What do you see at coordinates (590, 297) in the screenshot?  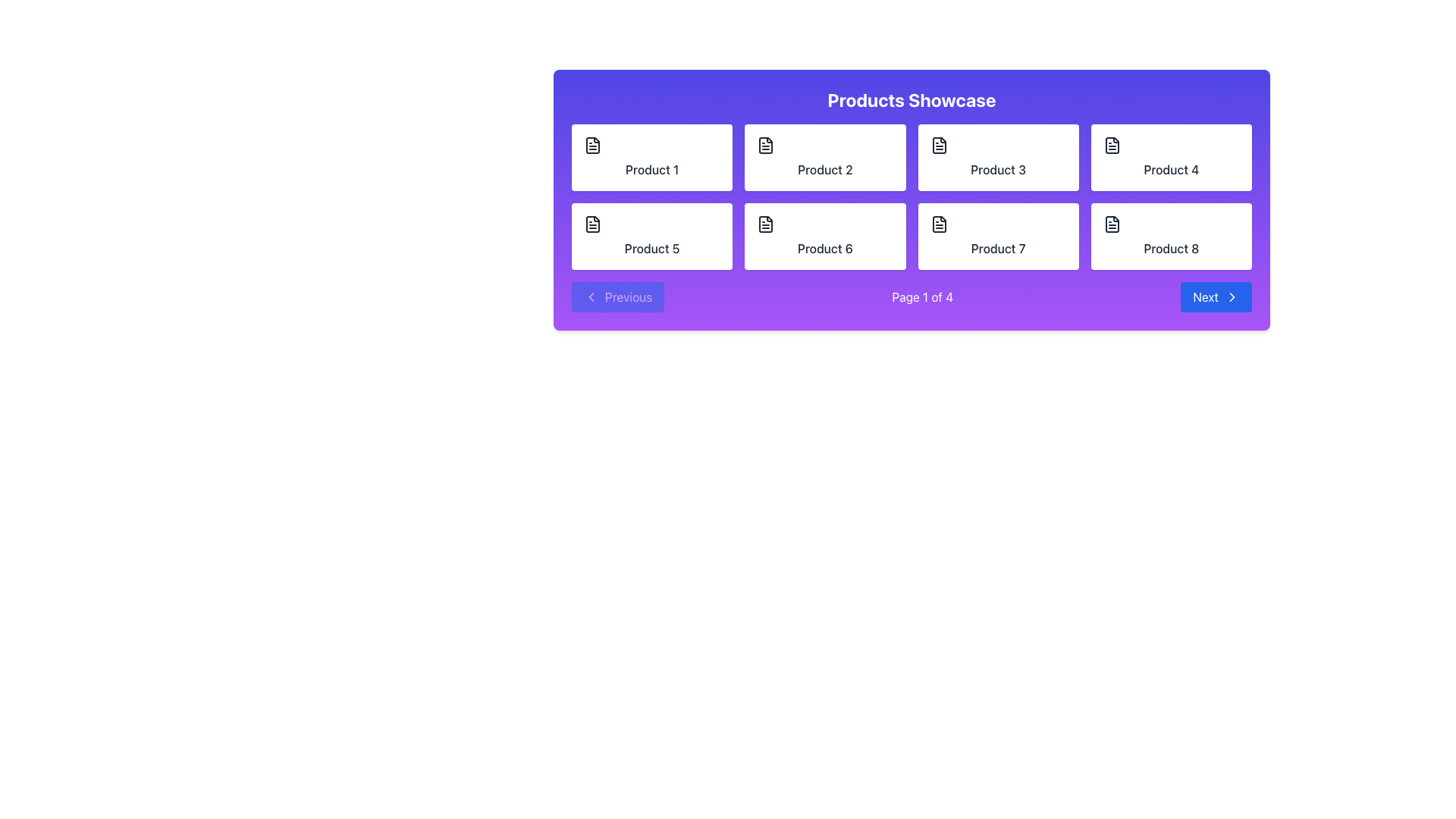 I see `the 'Previous' button which contains a left chevron icon, located at the bottom left corner of the product showcase card` at bounding box center [590, 297].